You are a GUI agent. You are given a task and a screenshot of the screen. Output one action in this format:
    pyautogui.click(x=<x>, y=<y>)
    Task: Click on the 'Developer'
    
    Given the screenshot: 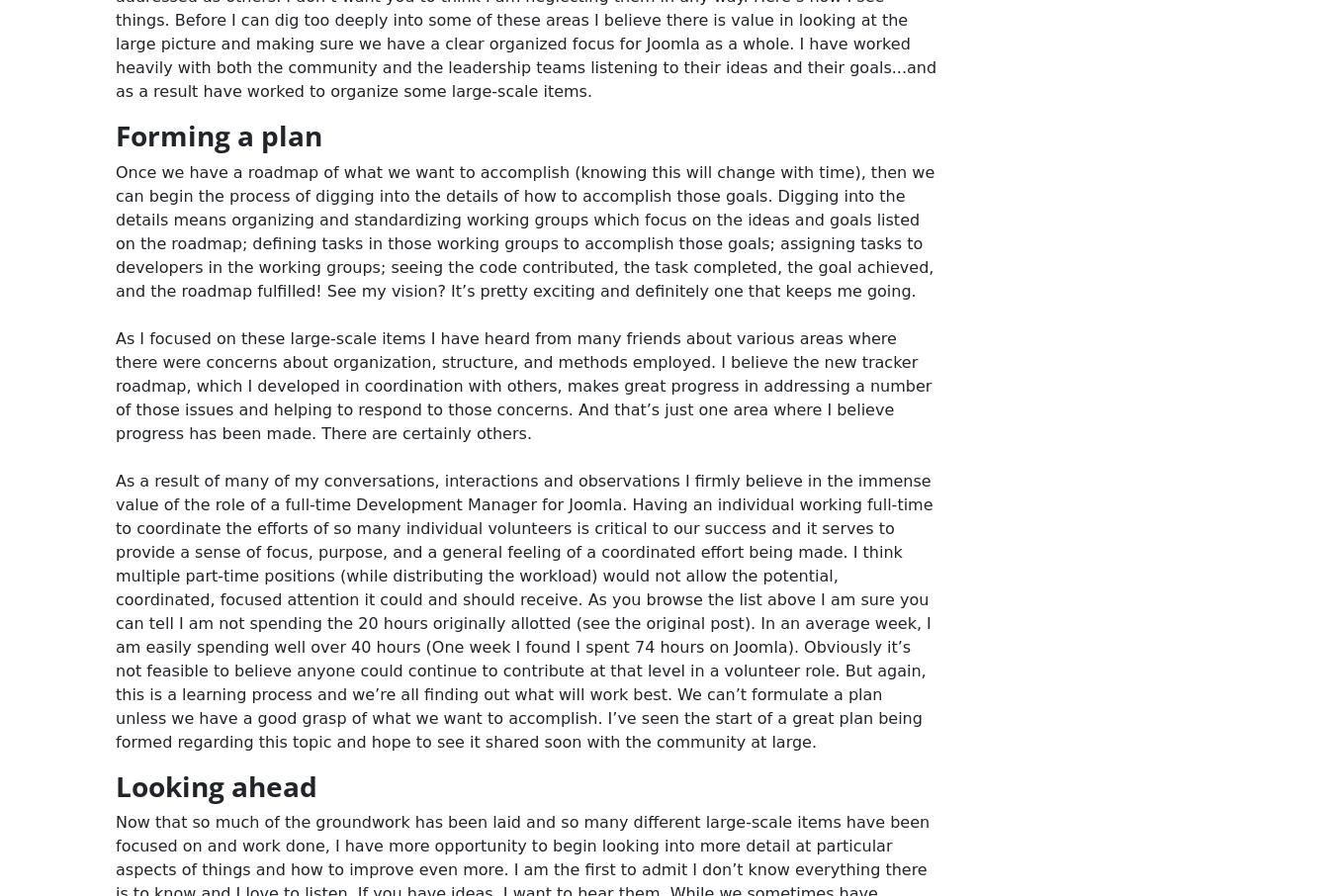 What is the action you would take?
    pyautogui.click(x=907, y=53)
    